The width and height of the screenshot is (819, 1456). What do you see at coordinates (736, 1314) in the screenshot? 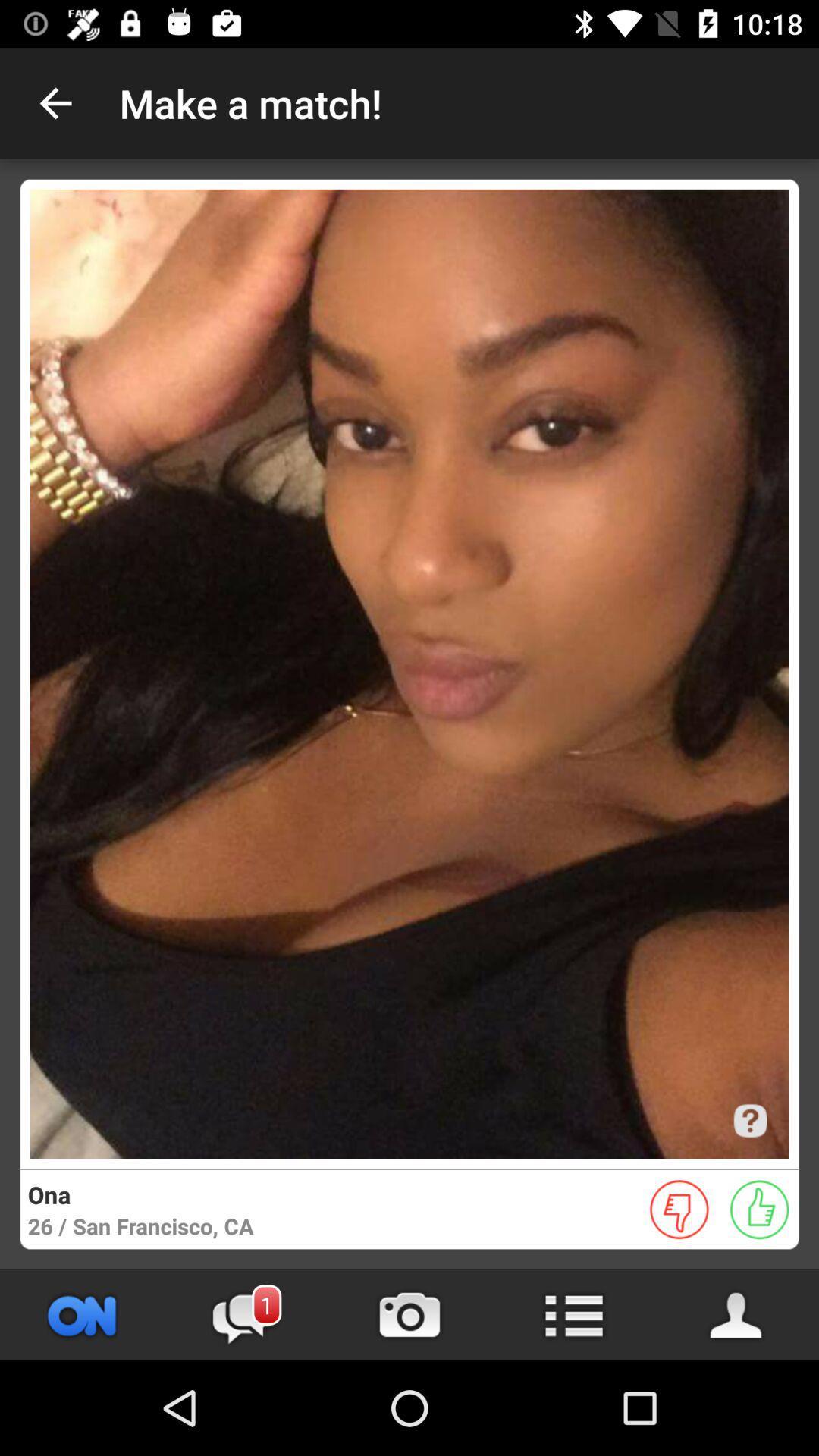
I see `the avatar icon` at bounding box center [736, 1314].